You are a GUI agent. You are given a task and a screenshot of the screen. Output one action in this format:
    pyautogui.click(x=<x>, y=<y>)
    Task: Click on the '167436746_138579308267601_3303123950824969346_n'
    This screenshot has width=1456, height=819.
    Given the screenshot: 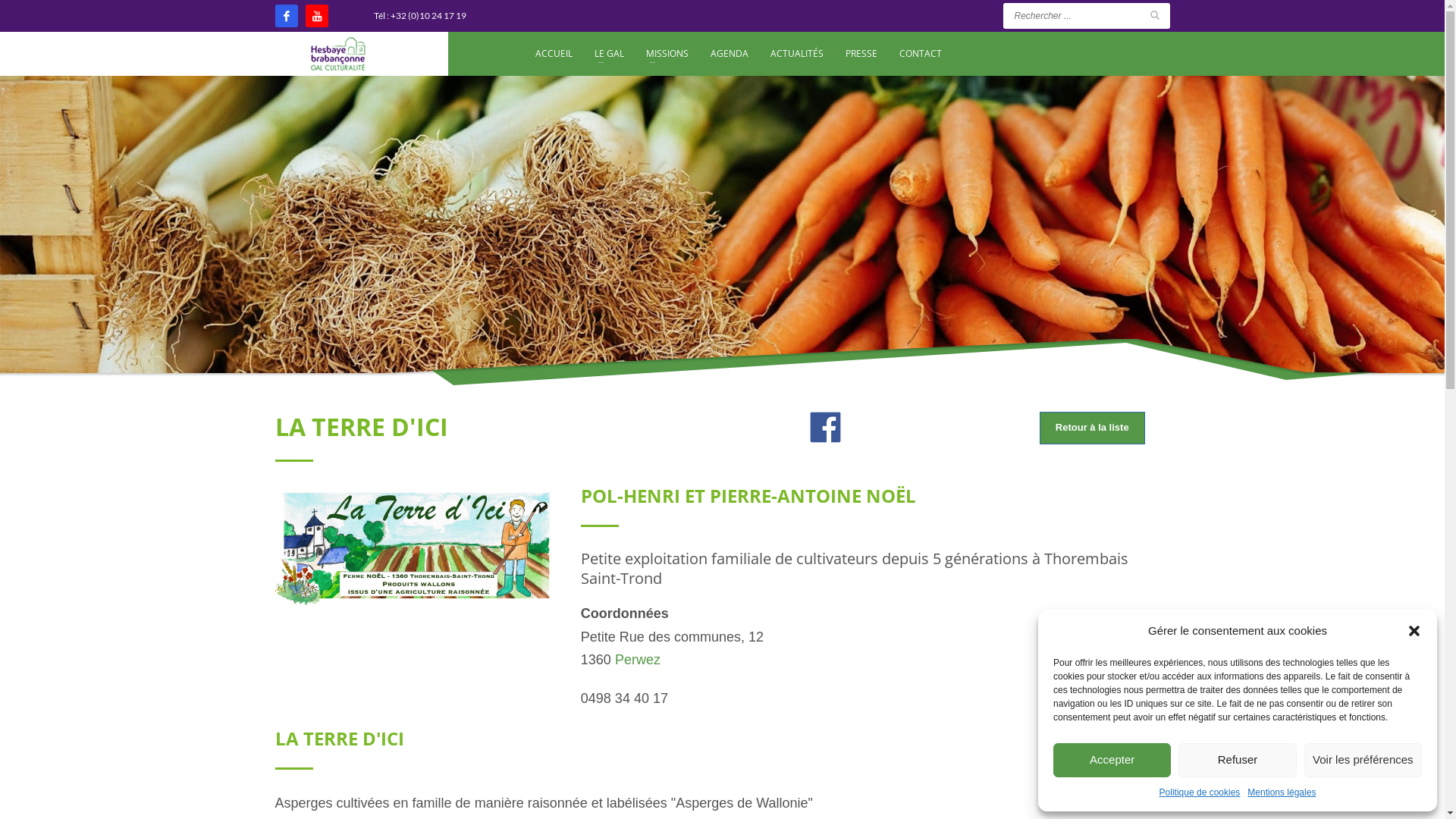 What is the action you would take?
    pyautogui.click(x=416, y=546)
    